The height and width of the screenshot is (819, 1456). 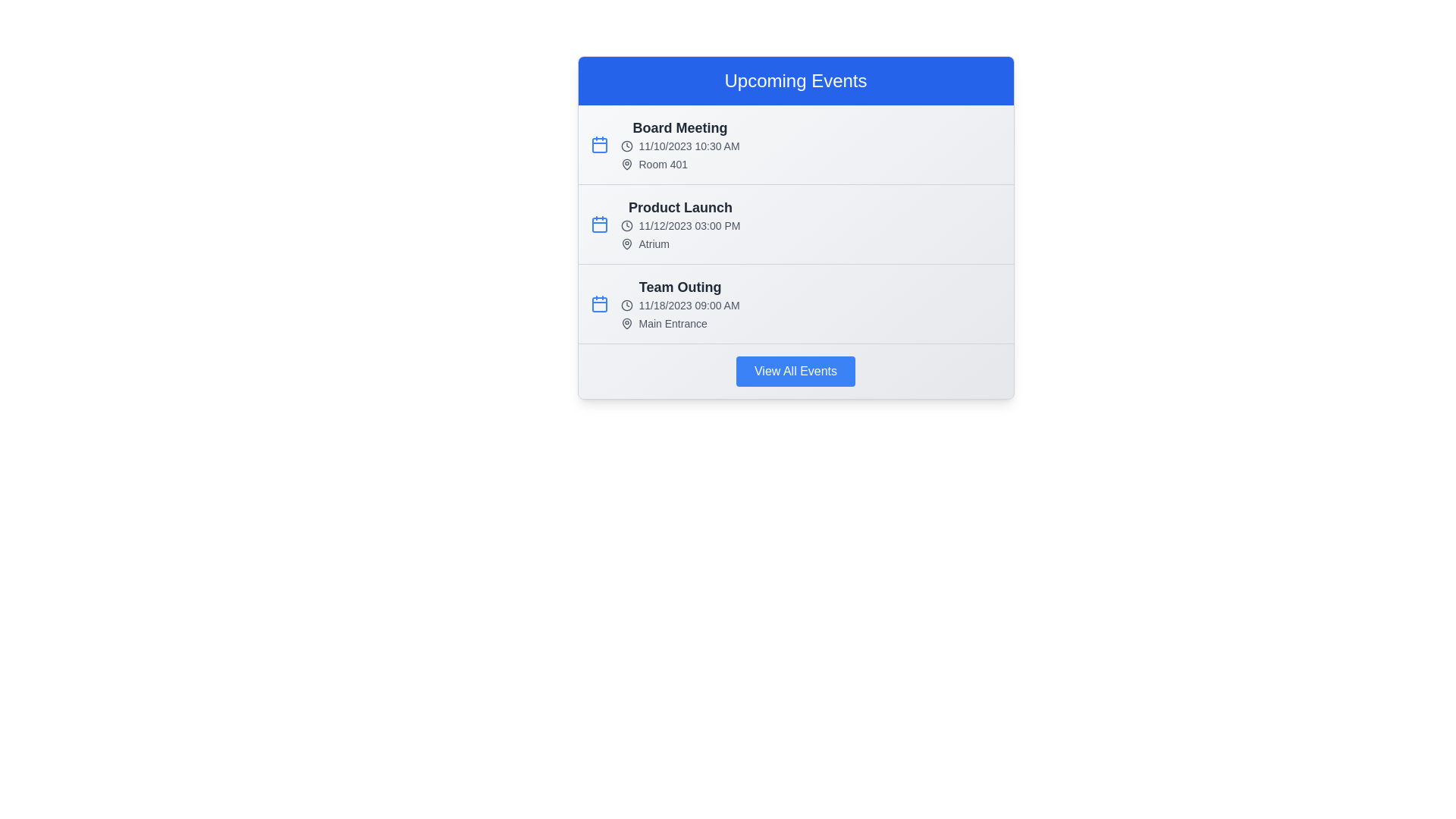 What do you see at coordinates (795, 304) in the screenshot?
I see `the third event item in the vertical list, which contains the event's title, date, time, and location information` at bounding box center [795, 304].